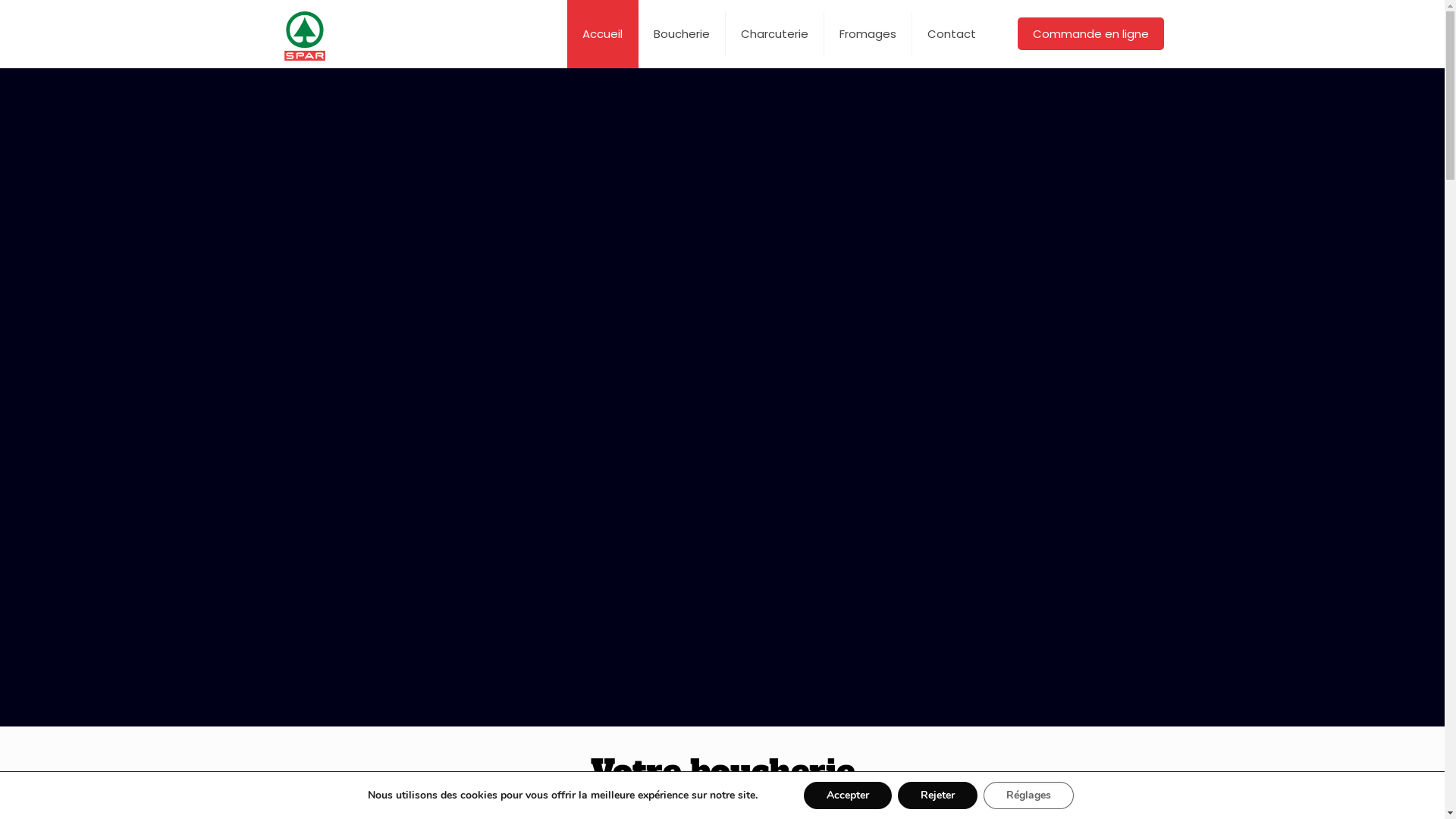  Describe the element at coordinates (937, 795) in the screenshot. I see `'Rejeter'` at that location.